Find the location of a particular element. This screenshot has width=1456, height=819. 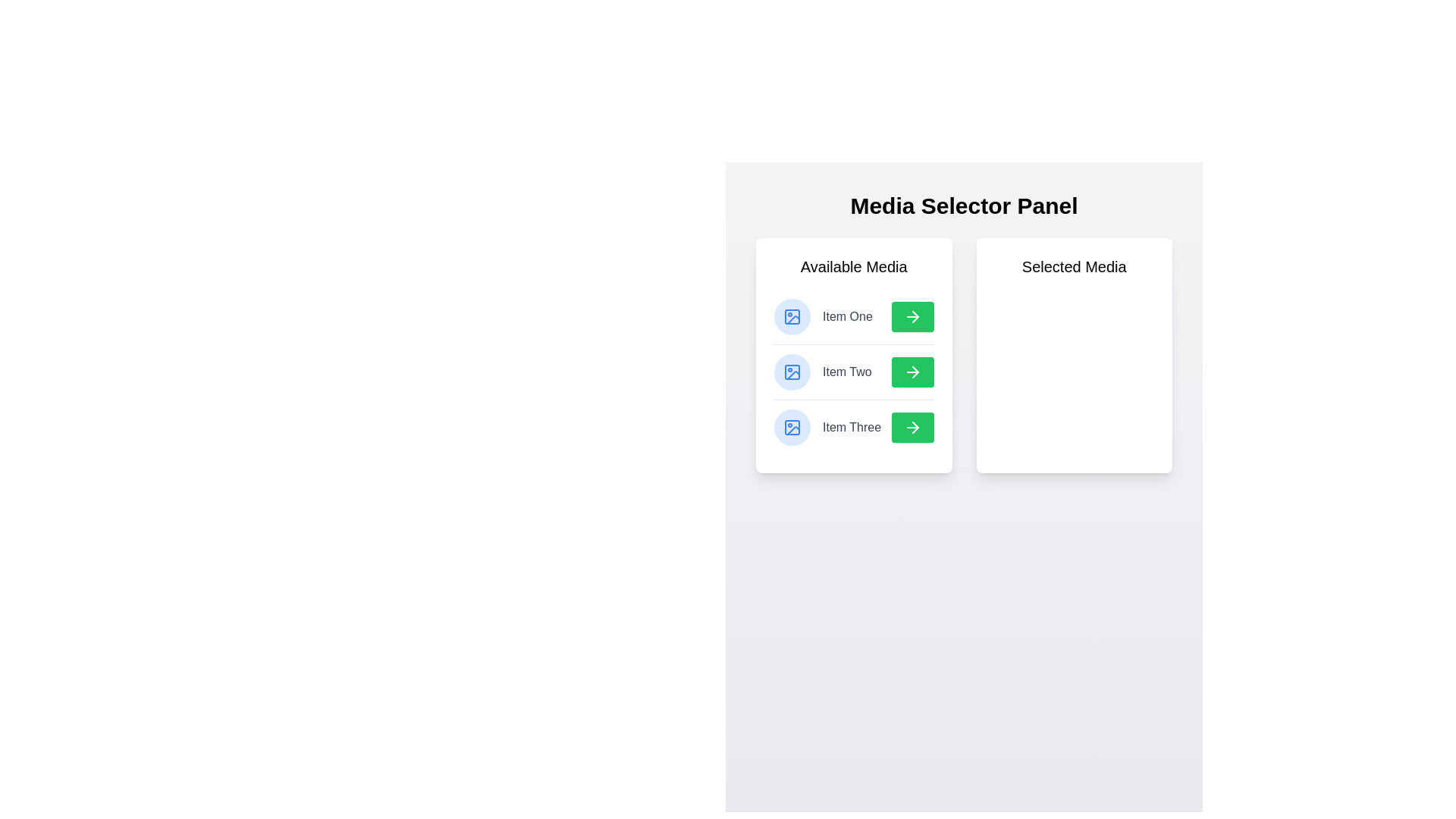

the arrow icon embedded in the green circular button next to the text 'Item Three' in the 'Available Media' panel is located at coordinates (912, 427).